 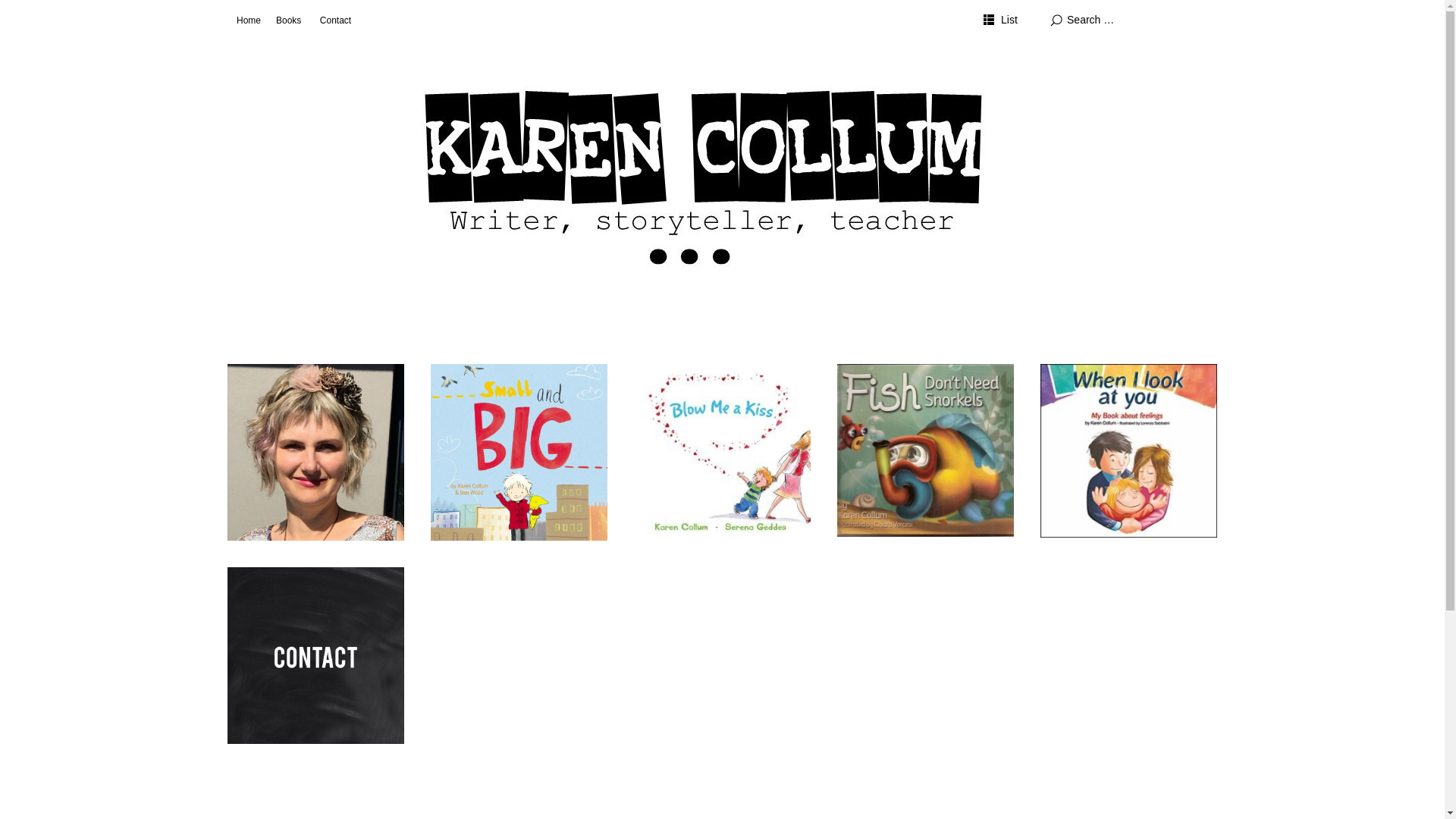 I want to click on 'Books', so click(x=288, y=20).